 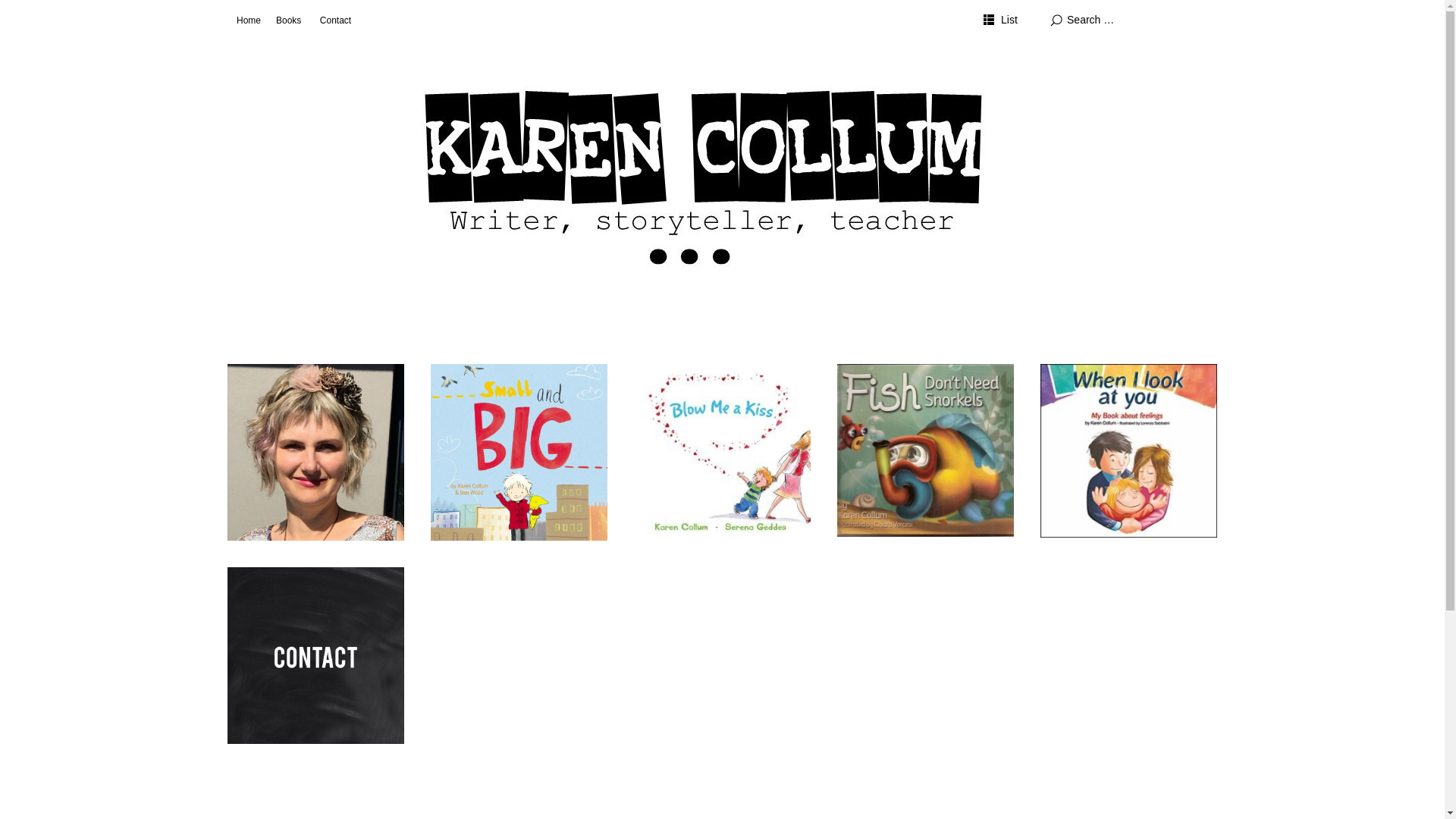 I want to click on 'Books', so click(x=288, y=20).